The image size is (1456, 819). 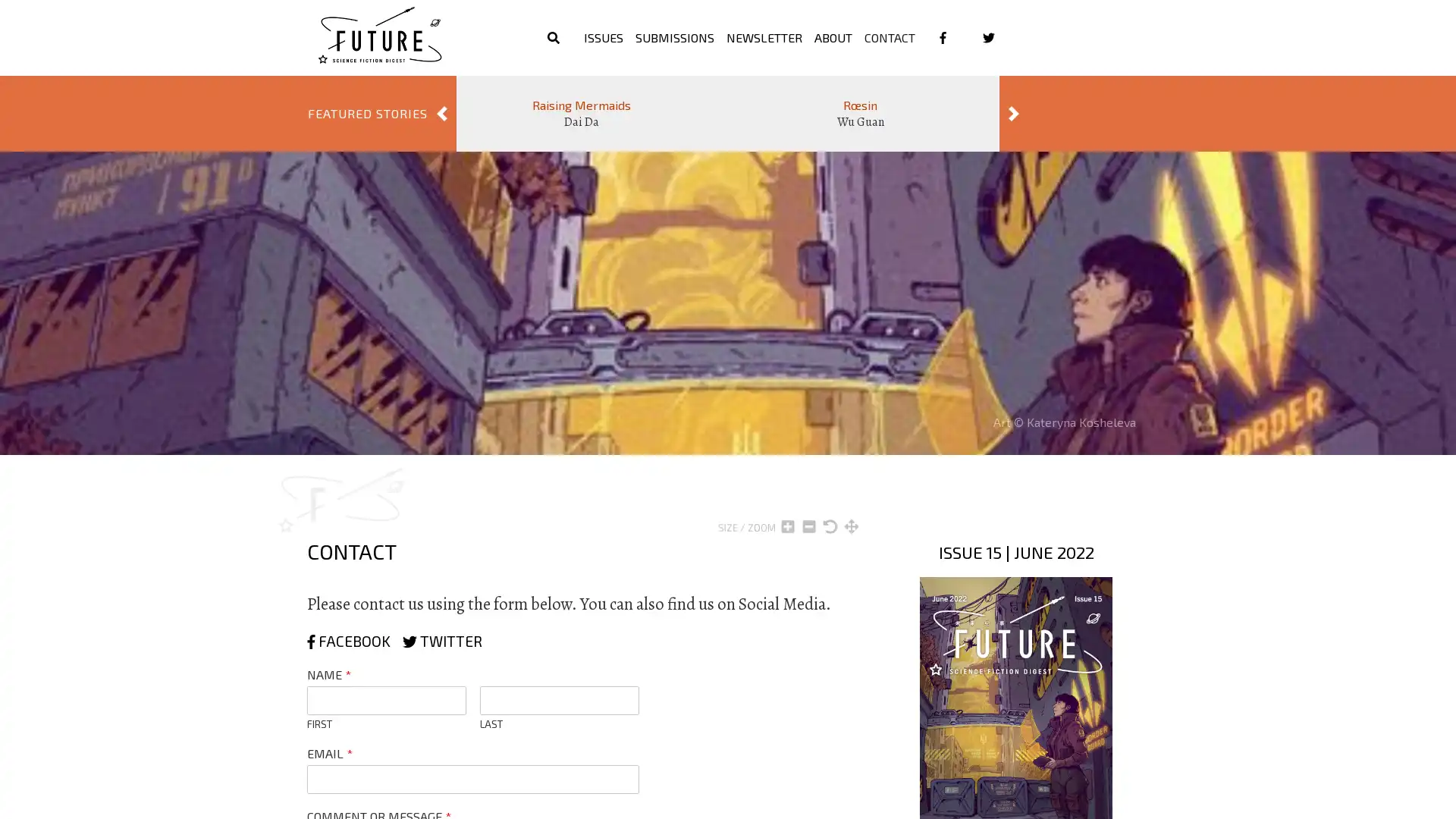 I want to click on Previous, so click(x=441, y=113).